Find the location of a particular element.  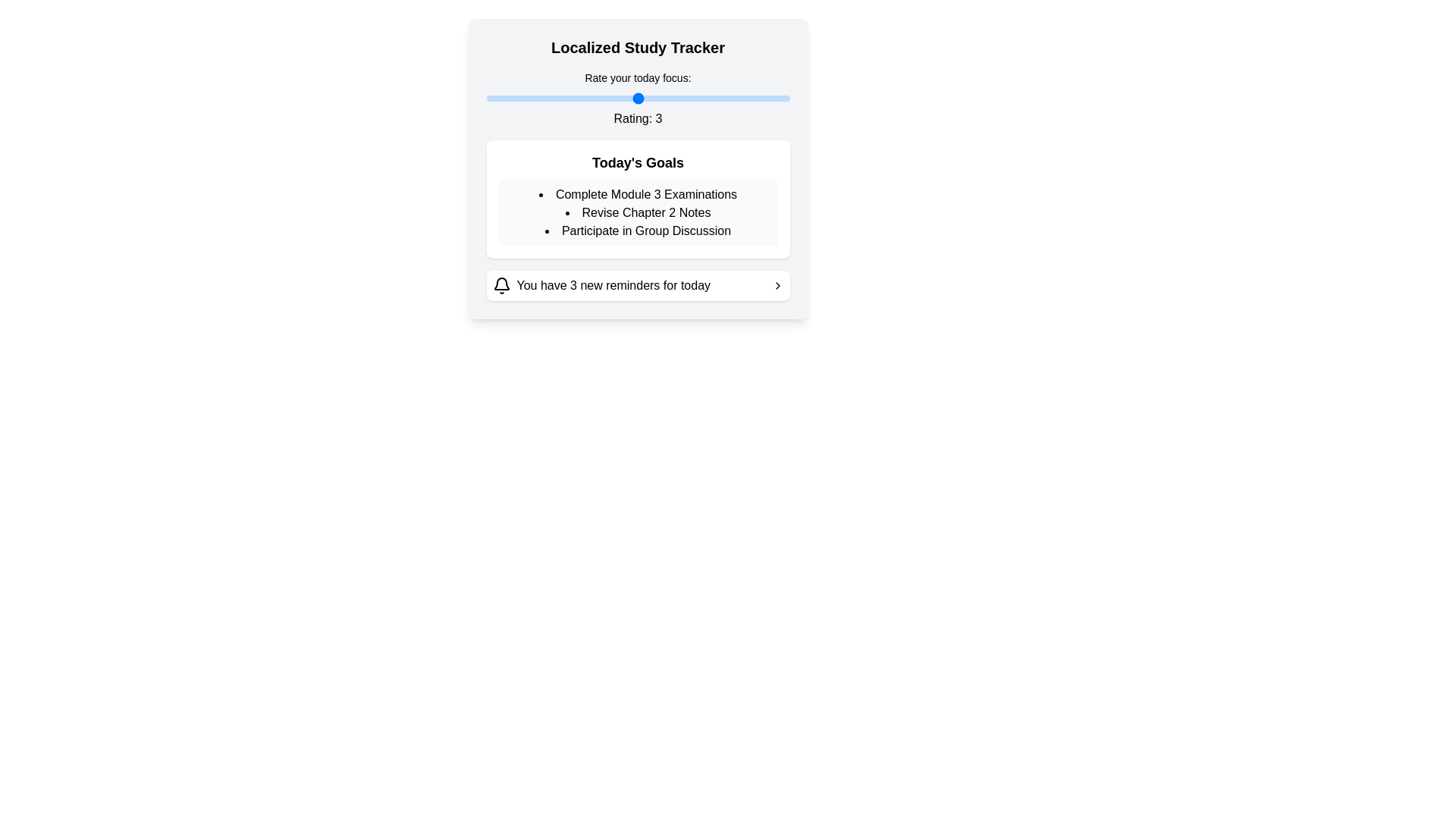

the static text label displaying 'Rating: 3', which is bold and centered, positioned below the slider input labeled 'Rate your today focus:' is located at coordinates (638, 118).